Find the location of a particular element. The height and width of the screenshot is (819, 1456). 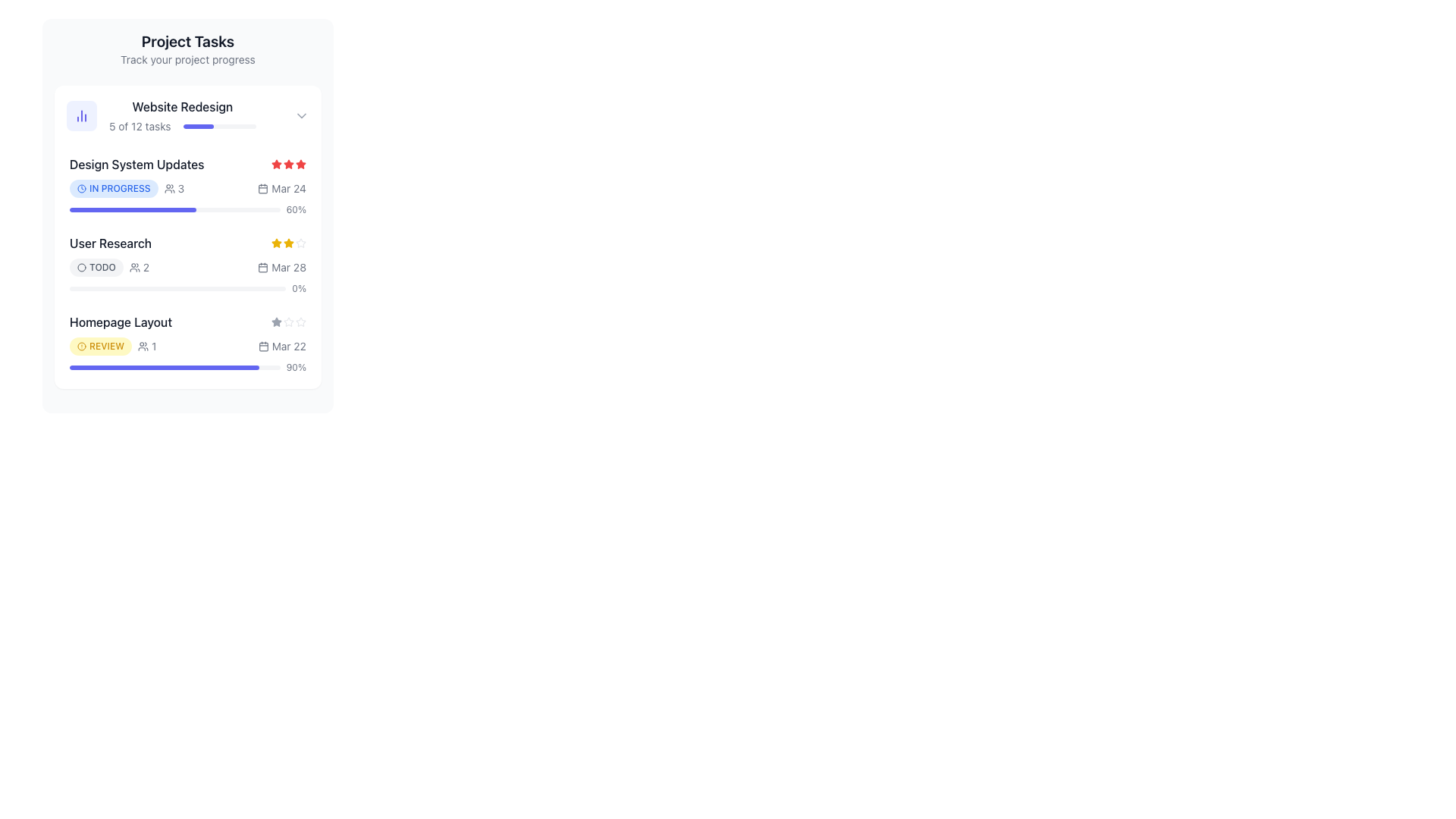

the second star icon in the rating system for the 'Design System Updates' task to set a two-star rating is located at coordinates (276, 164).